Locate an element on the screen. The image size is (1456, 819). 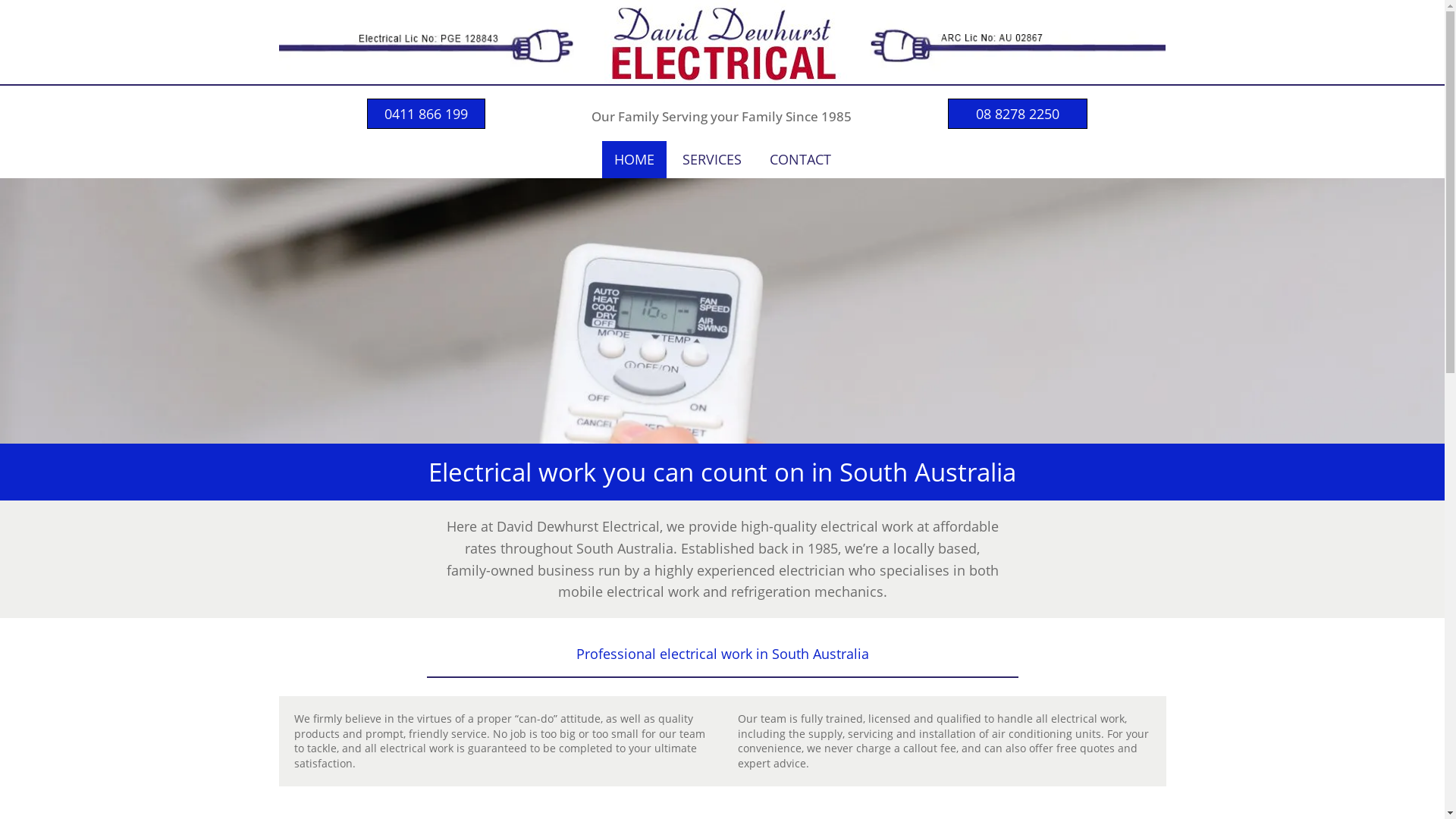
'SERVICES' is located at coordinates (711, 159).